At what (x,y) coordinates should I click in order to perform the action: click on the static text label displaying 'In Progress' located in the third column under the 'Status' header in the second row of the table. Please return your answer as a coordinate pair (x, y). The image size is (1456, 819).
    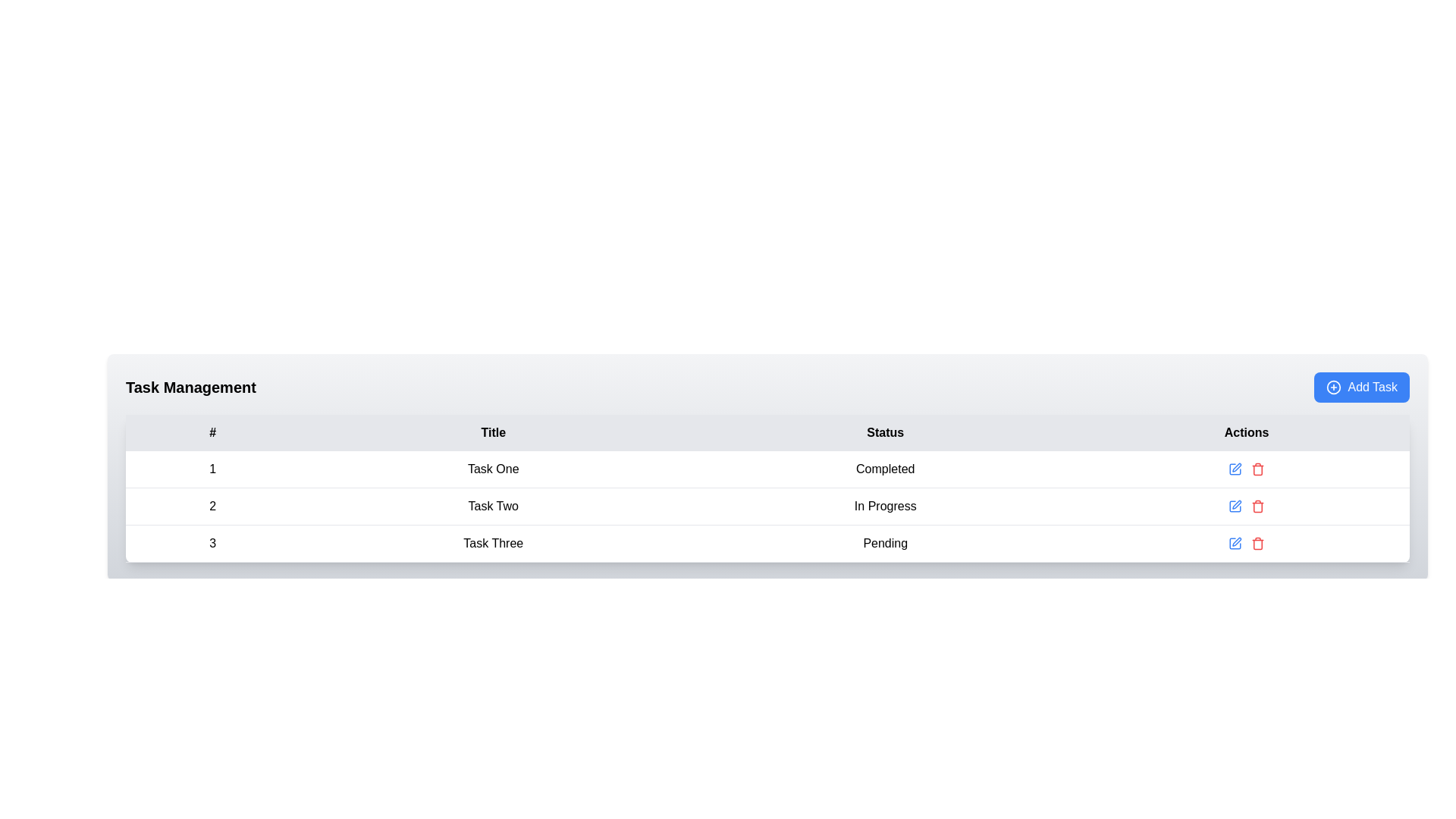
    Looking at the image, I should click on (885, 506).